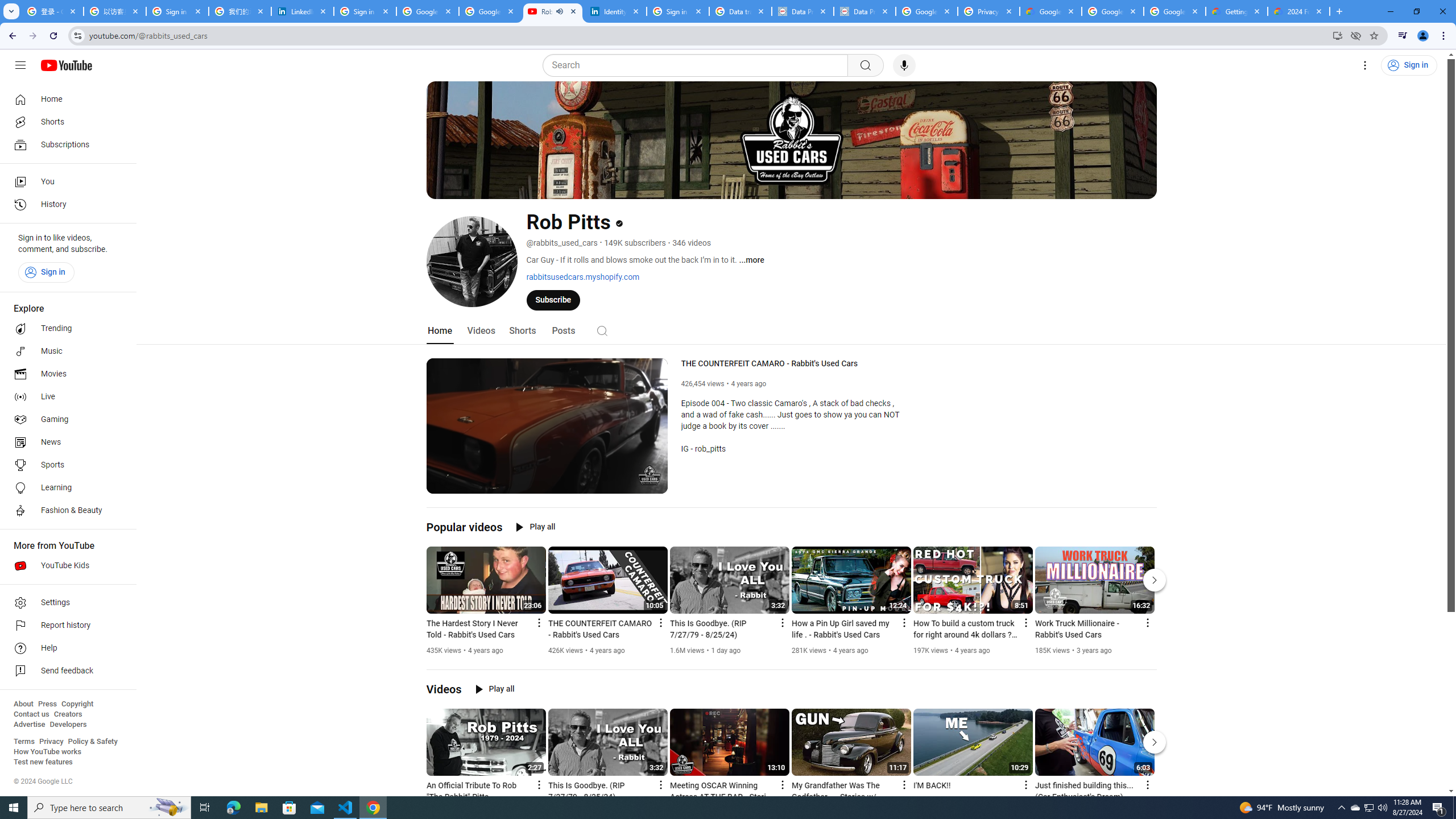  Describe the element at coordinates (64, 350) in the screenshot. I see `'Music'` at that location.